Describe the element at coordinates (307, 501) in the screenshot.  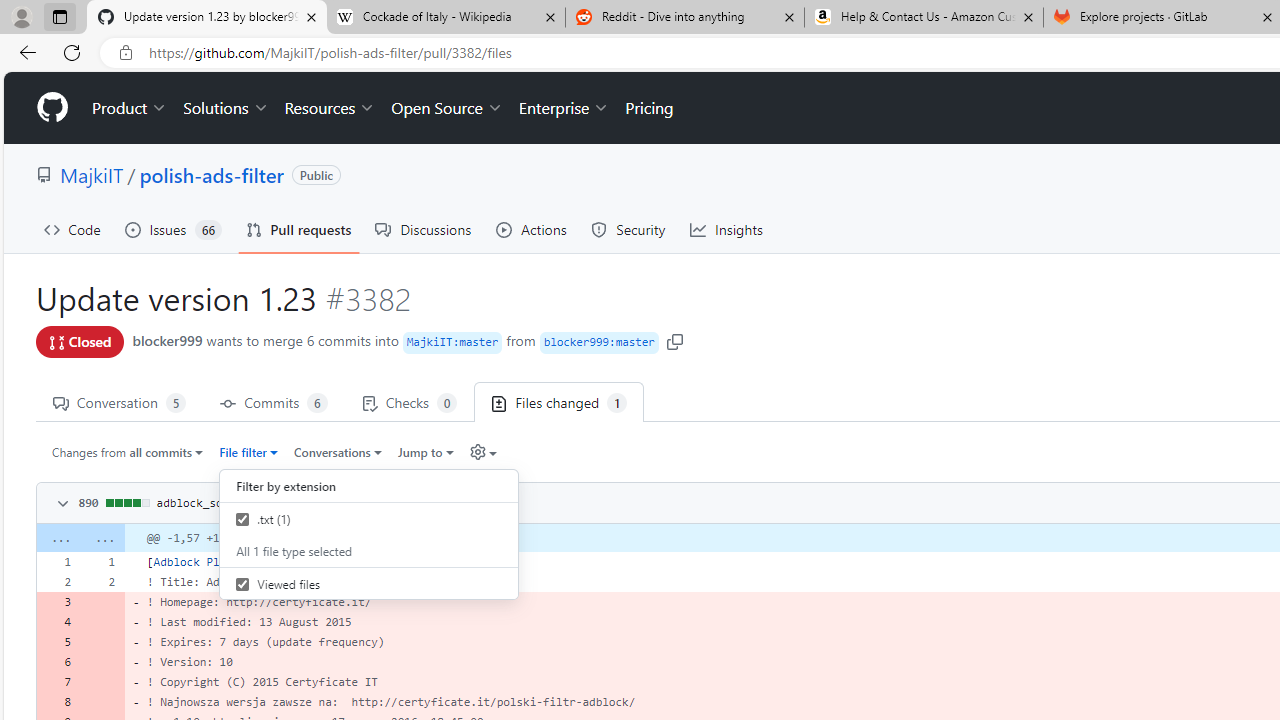
I see `'adblock_social_filters/adblock_social_list.txt'` at that location.